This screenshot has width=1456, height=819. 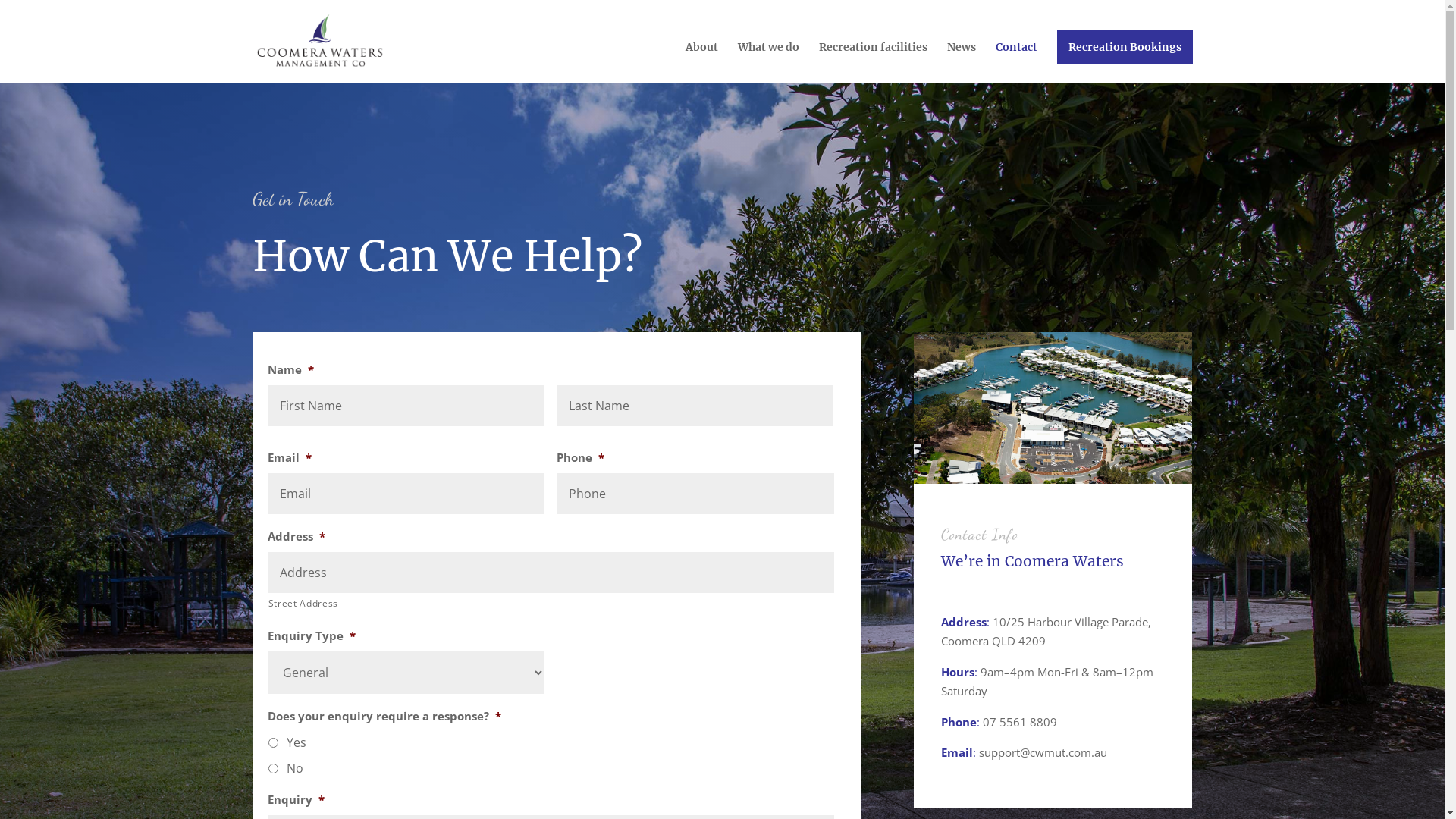 What do you see at coordinates (701, 61) in the screenshot?
I see `'About'` at bounding box center [701, 61].